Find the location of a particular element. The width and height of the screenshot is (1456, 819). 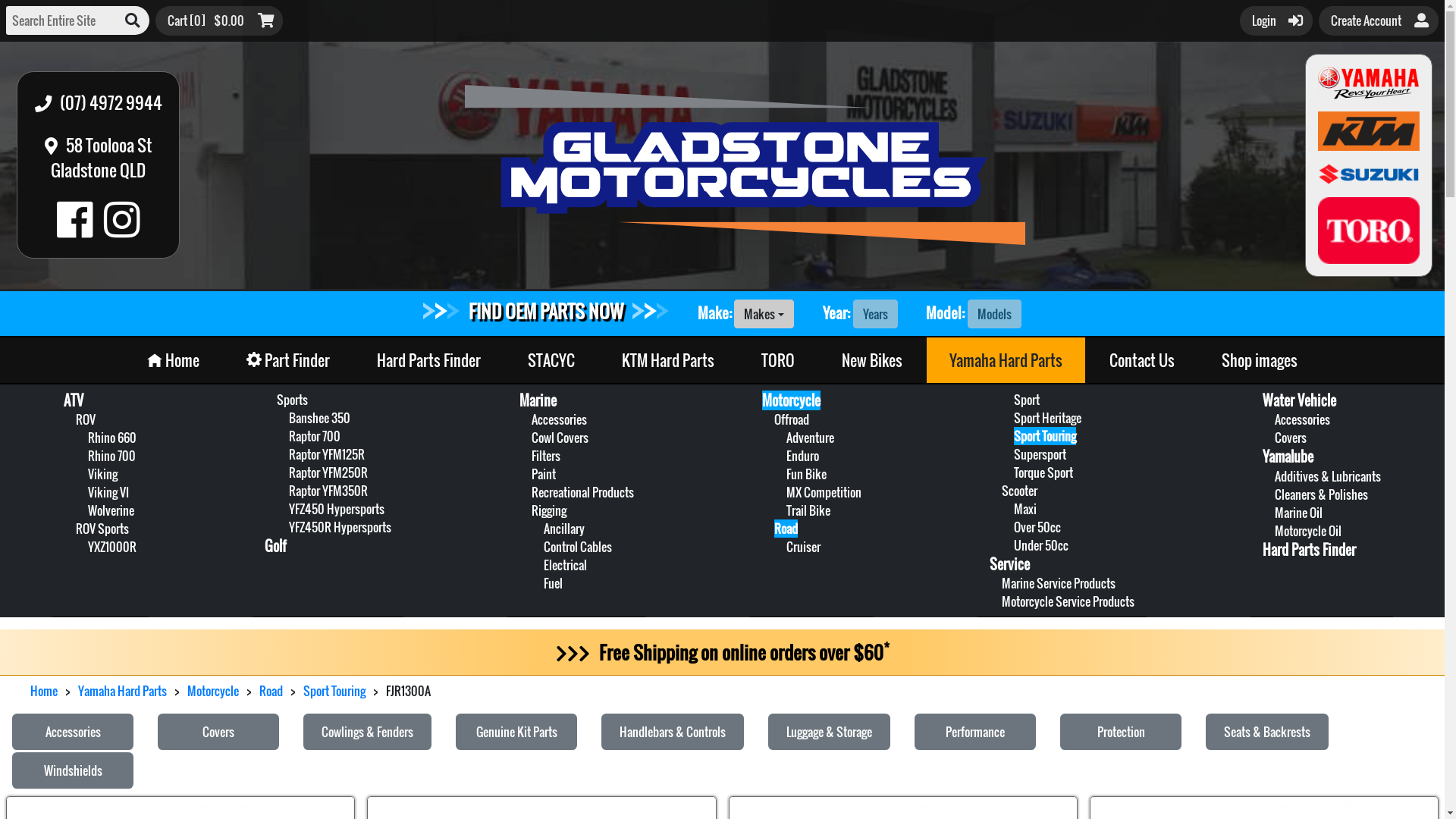

'Raptor 700' is located at coordinates (288, 435).